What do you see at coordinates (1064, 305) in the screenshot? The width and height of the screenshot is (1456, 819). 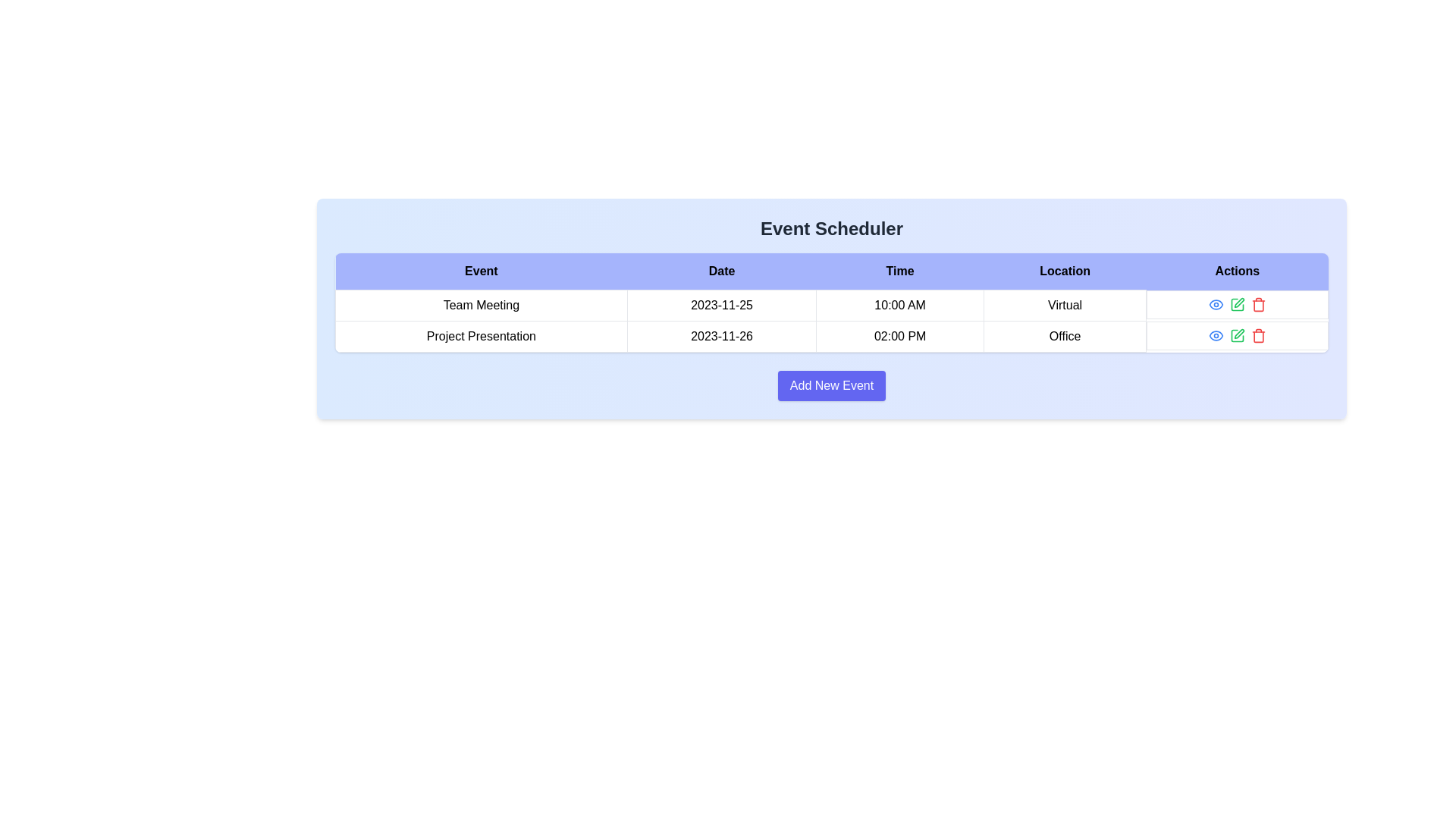 I see `the Static Text Label displaying 'Virtual' located in the first row of the 'Location' column for the event 'Team Meeting'` at bounding box center [1064, 305].